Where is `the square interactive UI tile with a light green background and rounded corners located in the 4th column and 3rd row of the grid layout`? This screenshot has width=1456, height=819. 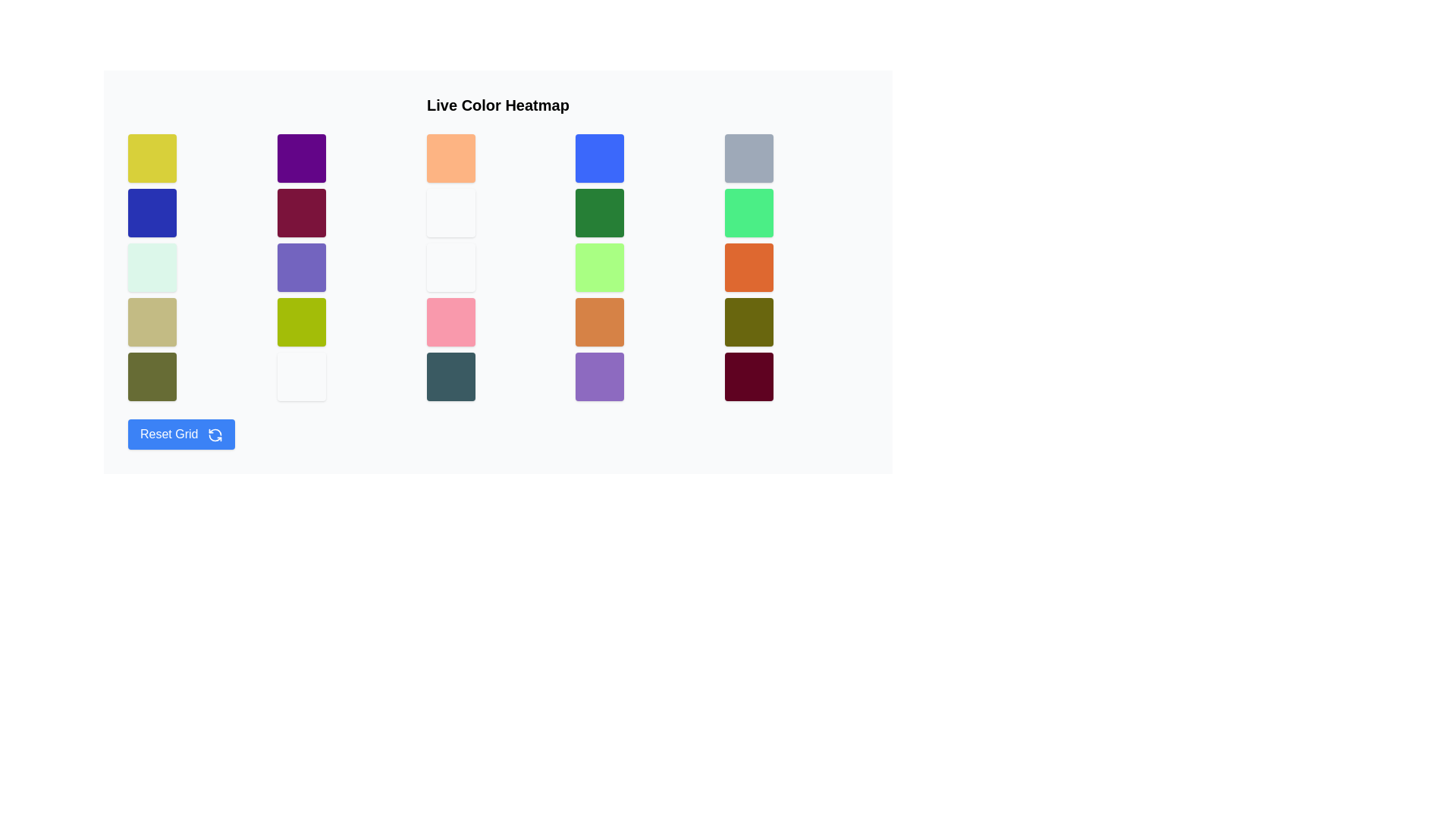 the square interactive UI tile with a light green background and rounded corners located in the 4th column and 3rd row of the grid layout is located at coordinates (599, 267).